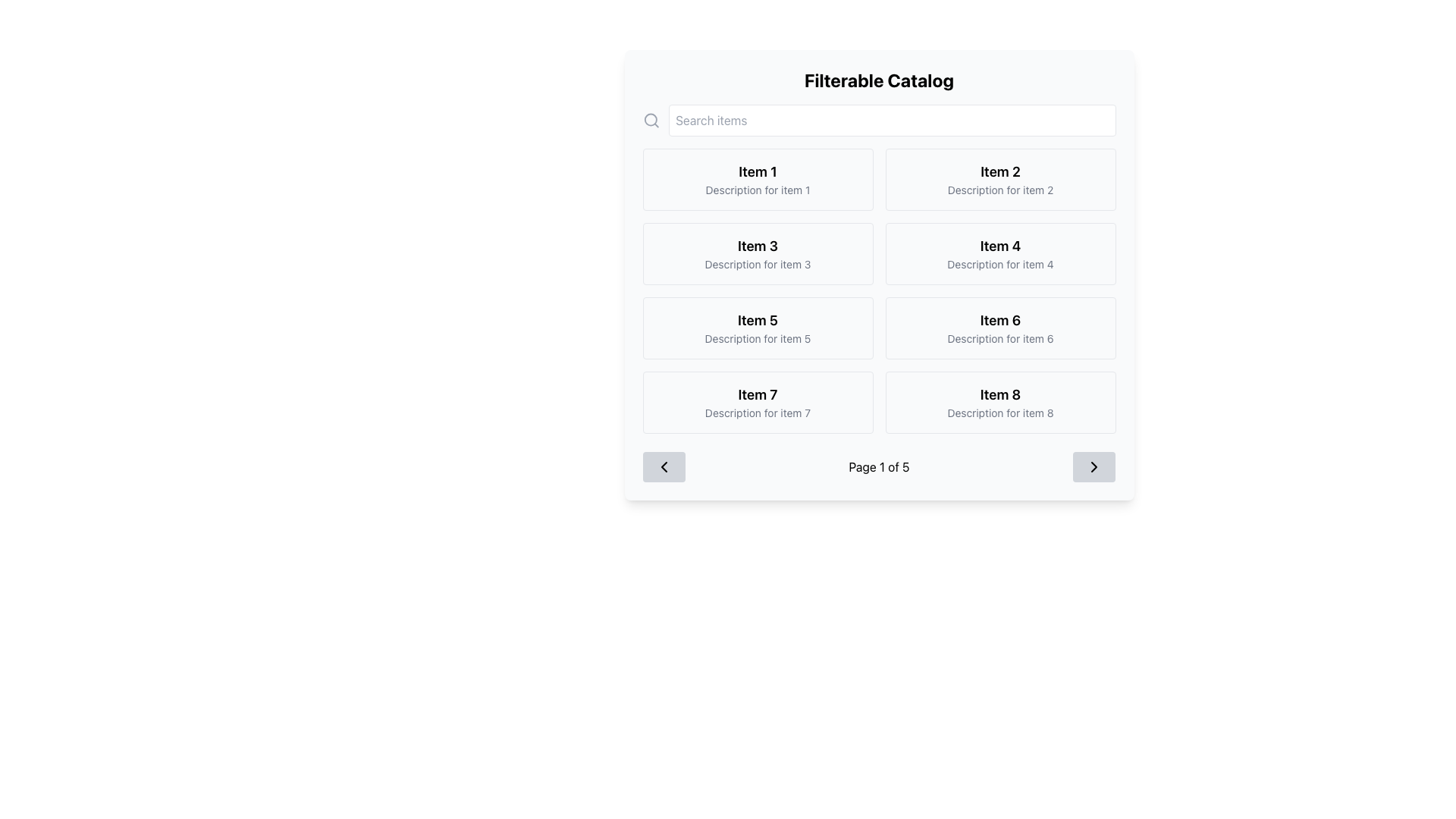 This screenshot has height=819, width=1456. What do you see at coordinates (1000, 394) in the screenshot?
I see `the text label that serves as the header for the card labeled 'Item 8Description for item 8' located in the second column of the last row of the grid layout in the catalog interface` at bounding box center [1000, 394].